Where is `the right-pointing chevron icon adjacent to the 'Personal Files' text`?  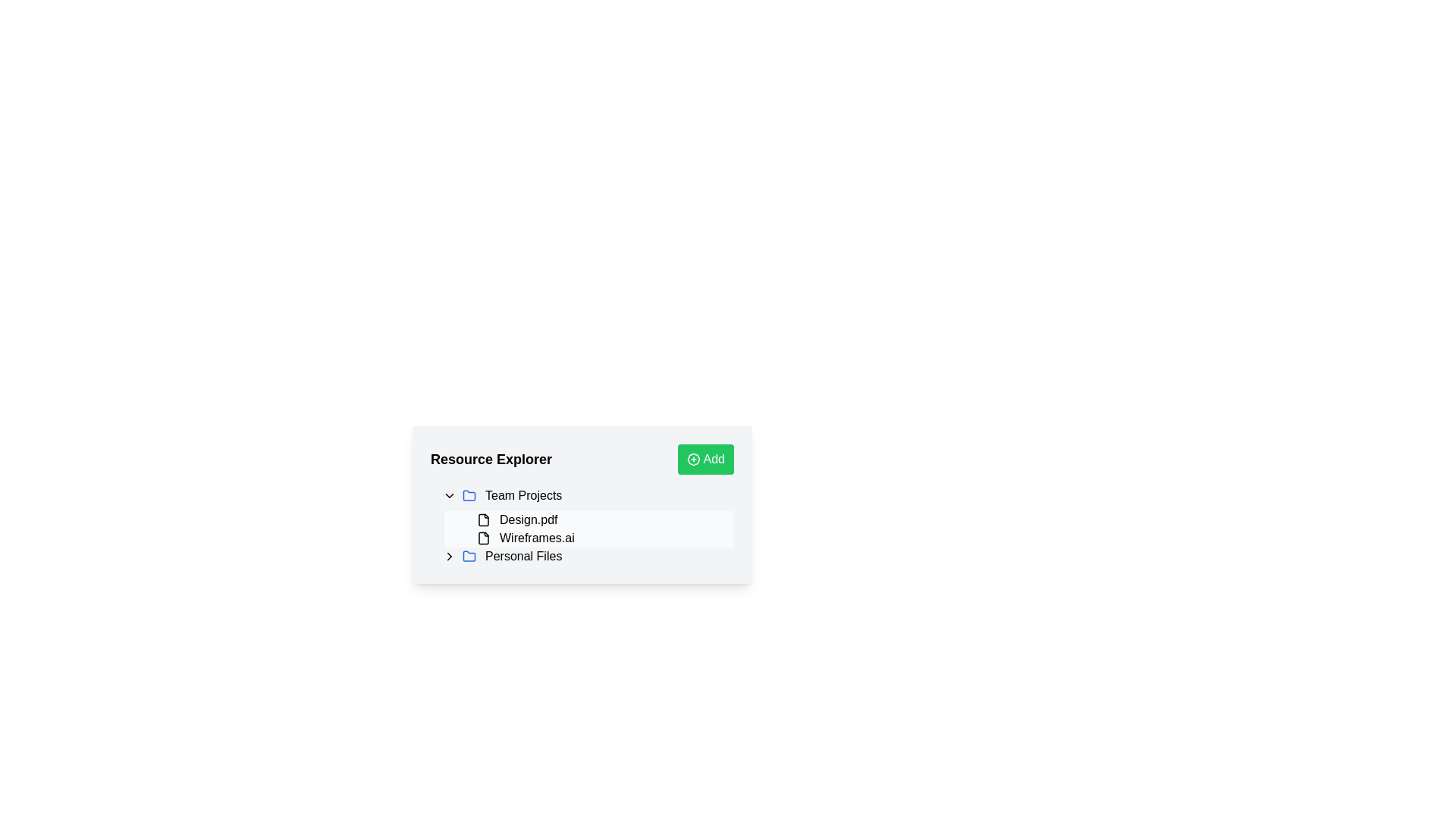 the right-pointing chevron icon adjacent to the 'Personal Files' text is located at coordinates (449, 556).